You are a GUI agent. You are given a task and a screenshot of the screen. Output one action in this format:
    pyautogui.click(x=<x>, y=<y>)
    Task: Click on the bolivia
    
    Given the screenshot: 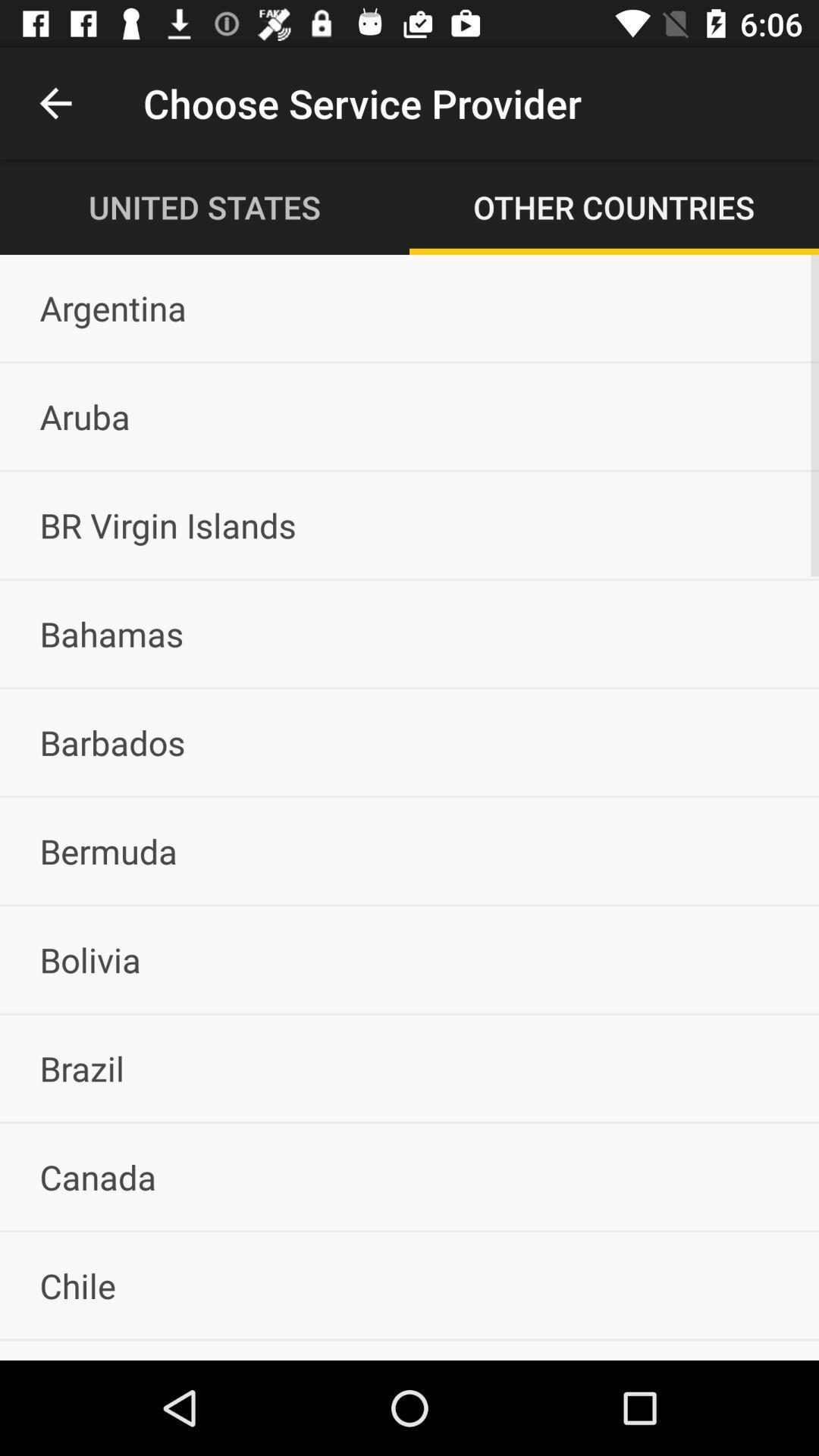 What is the action you would take?
    pyautogui.click(x=409, y=959)
    